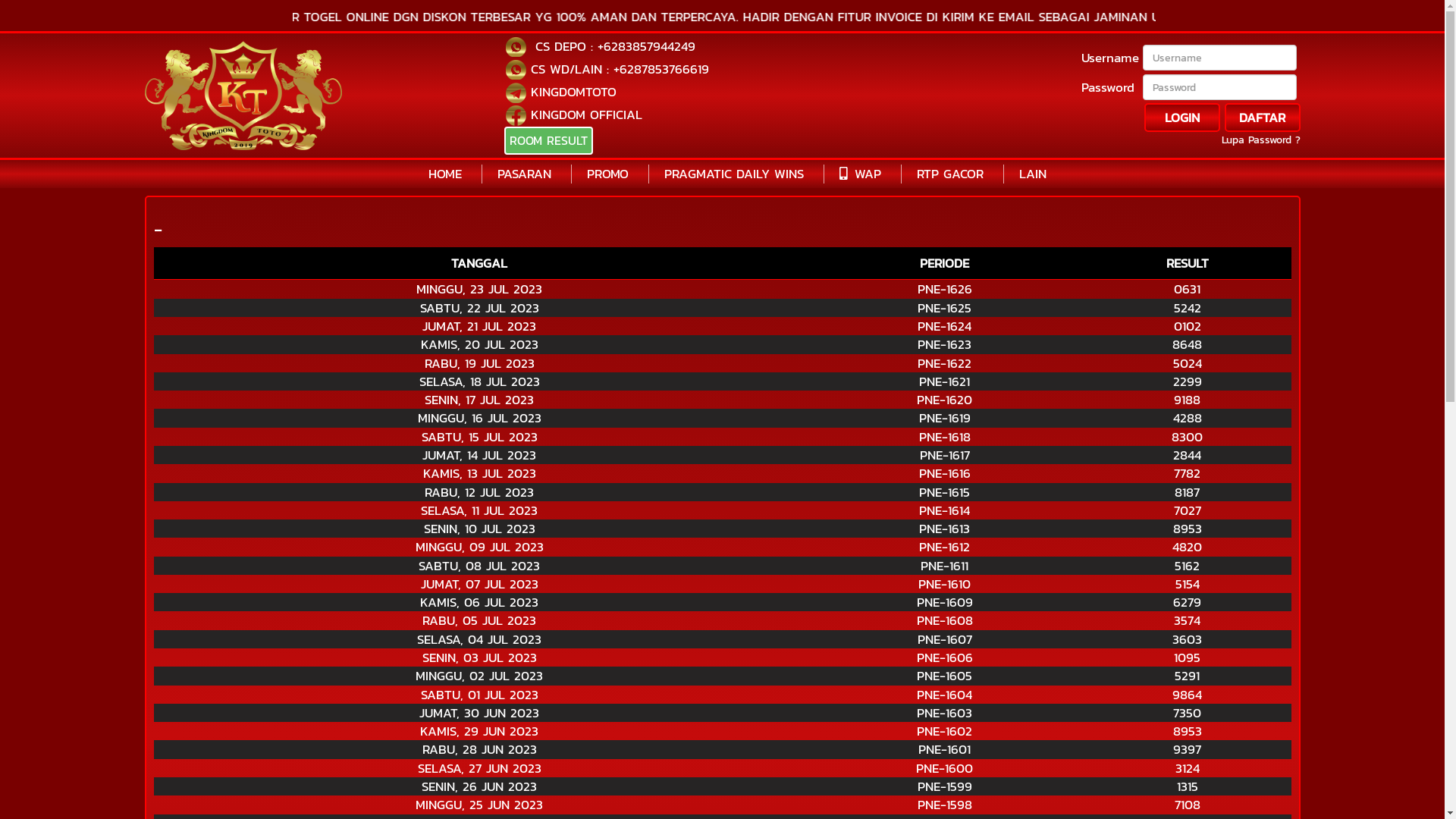 This screenshot has height=819, width=1456. Describe the element at coordinates (524, 172) in the screenshot. I see `'PASARAN'` at that location.